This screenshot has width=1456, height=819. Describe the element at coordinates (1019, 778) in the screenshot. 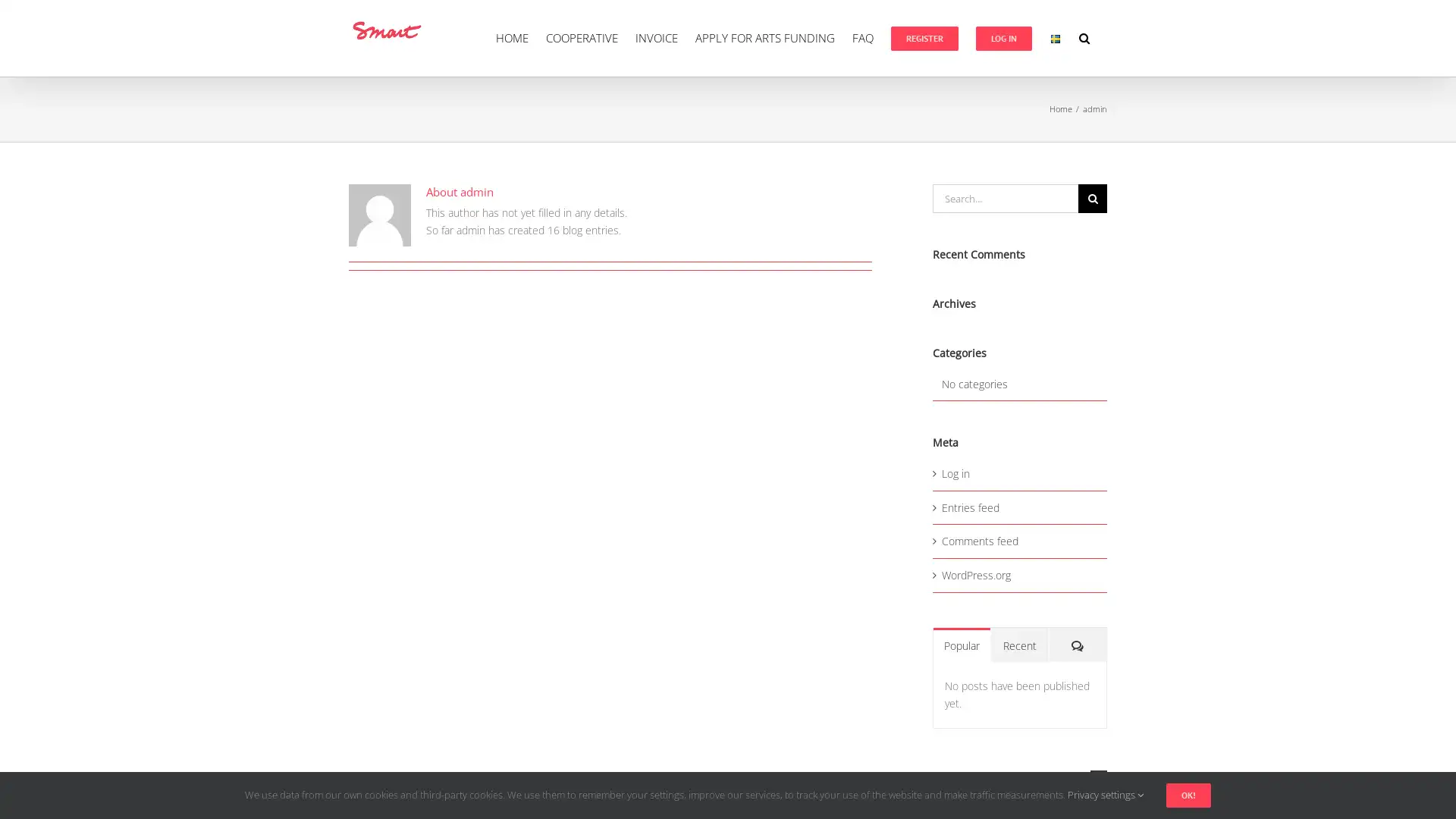

I see `Our Company Mission` at that location.